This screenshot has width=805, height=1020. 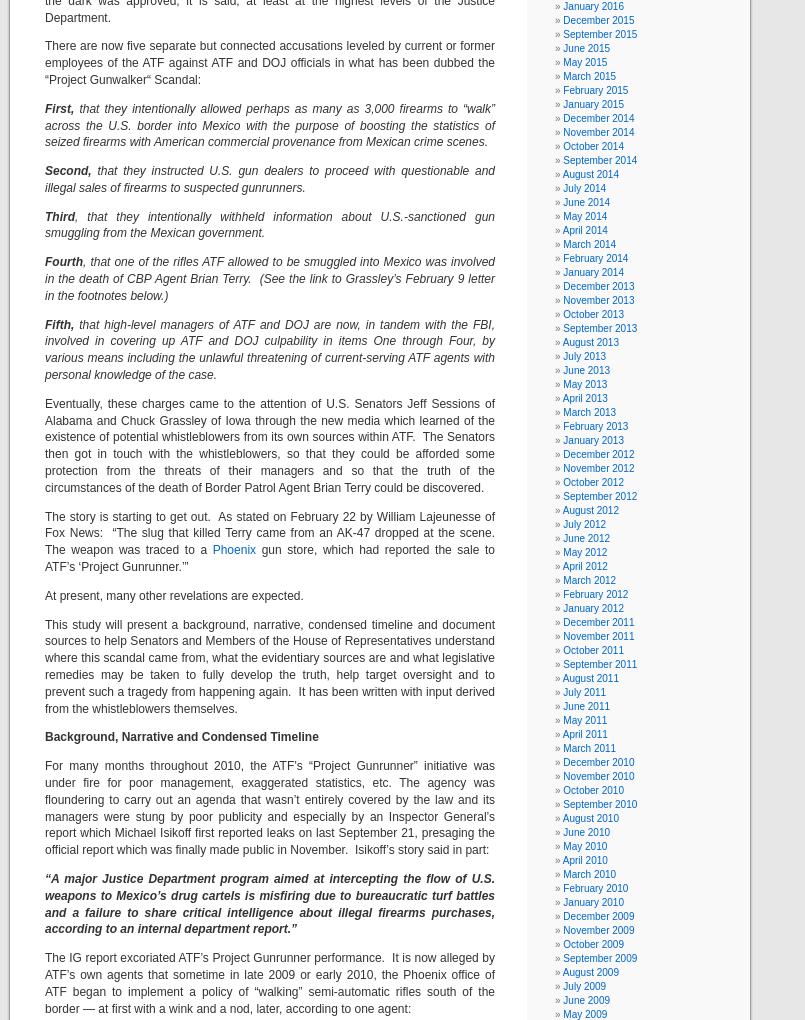 I want to click on 'that high-level managers of ATF and DOJ are now, in tandem with the FBI,  involved in covering up ATF and DOJ culpability in items One through  Four, by various means including the unlawful threatening of  current-serving ATF agents with personal knowledge of the case.', so click(x=269, y=348).